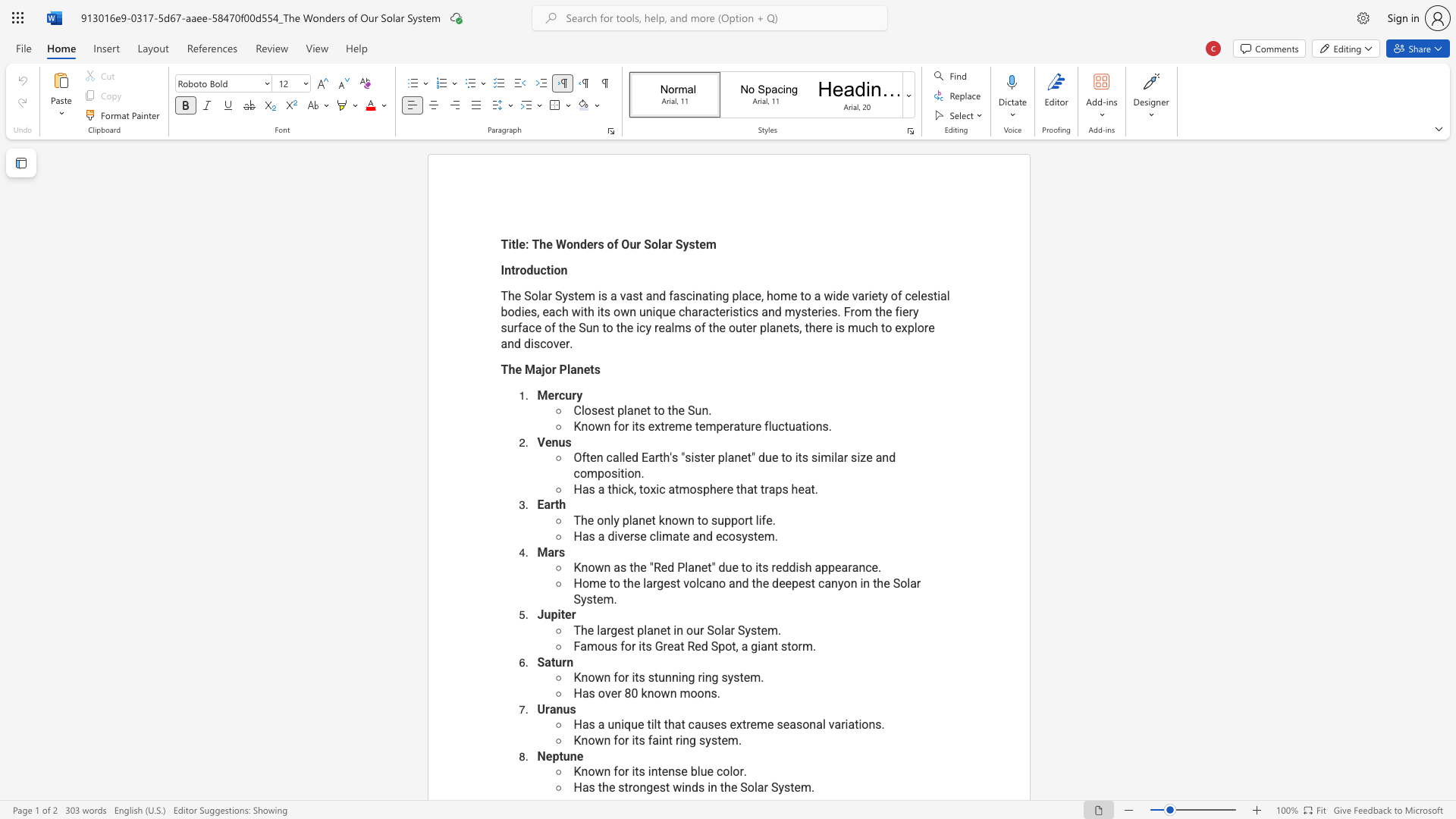  What do you see at coordinates (555, 343) in the screenshot?
I see `the 3th character "v" in the text` at bounding box center [555, 343].